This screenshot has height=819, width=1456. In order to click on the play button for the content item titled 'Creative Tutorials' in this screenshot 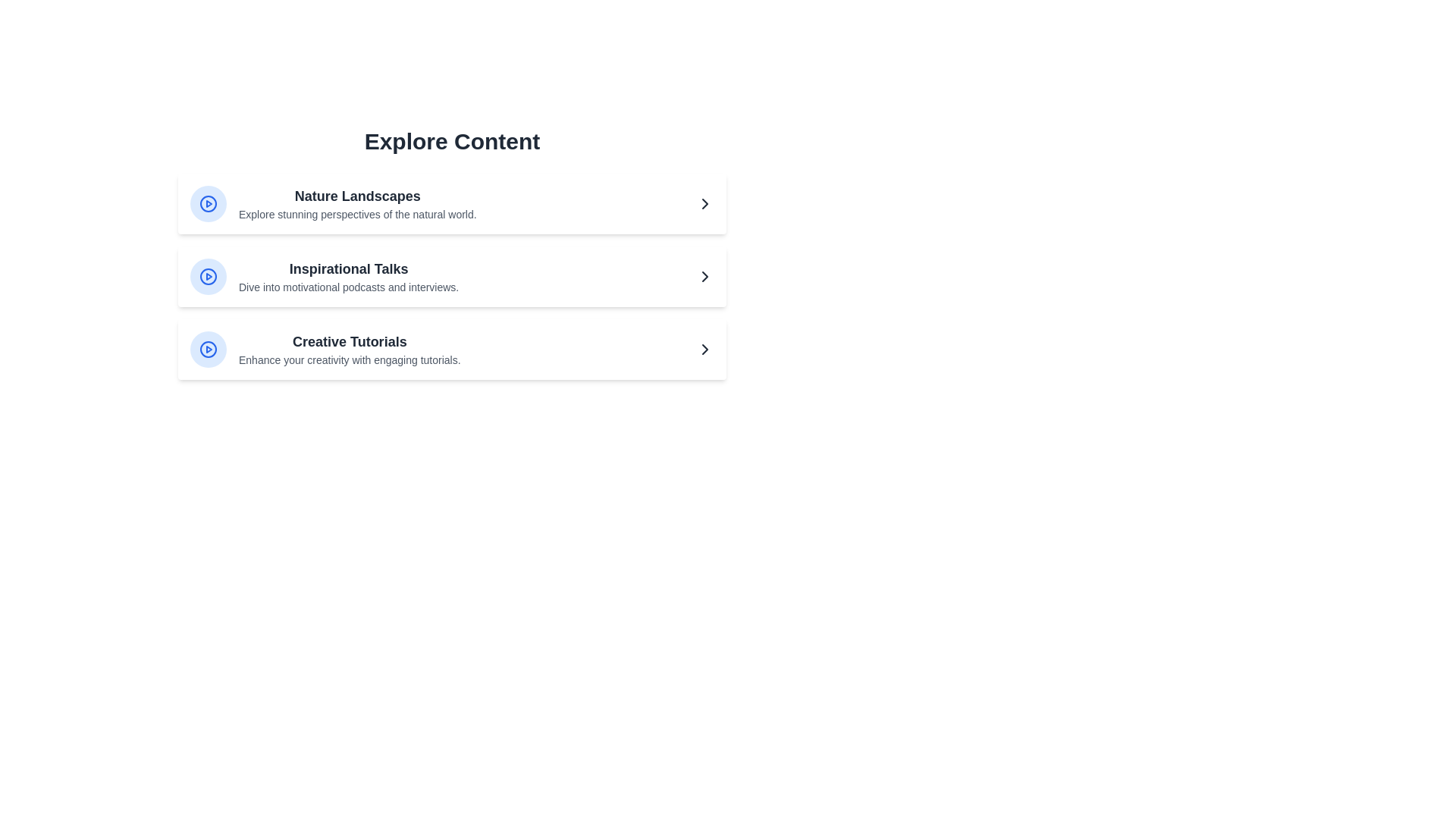, I will do `click(207, 350)`.